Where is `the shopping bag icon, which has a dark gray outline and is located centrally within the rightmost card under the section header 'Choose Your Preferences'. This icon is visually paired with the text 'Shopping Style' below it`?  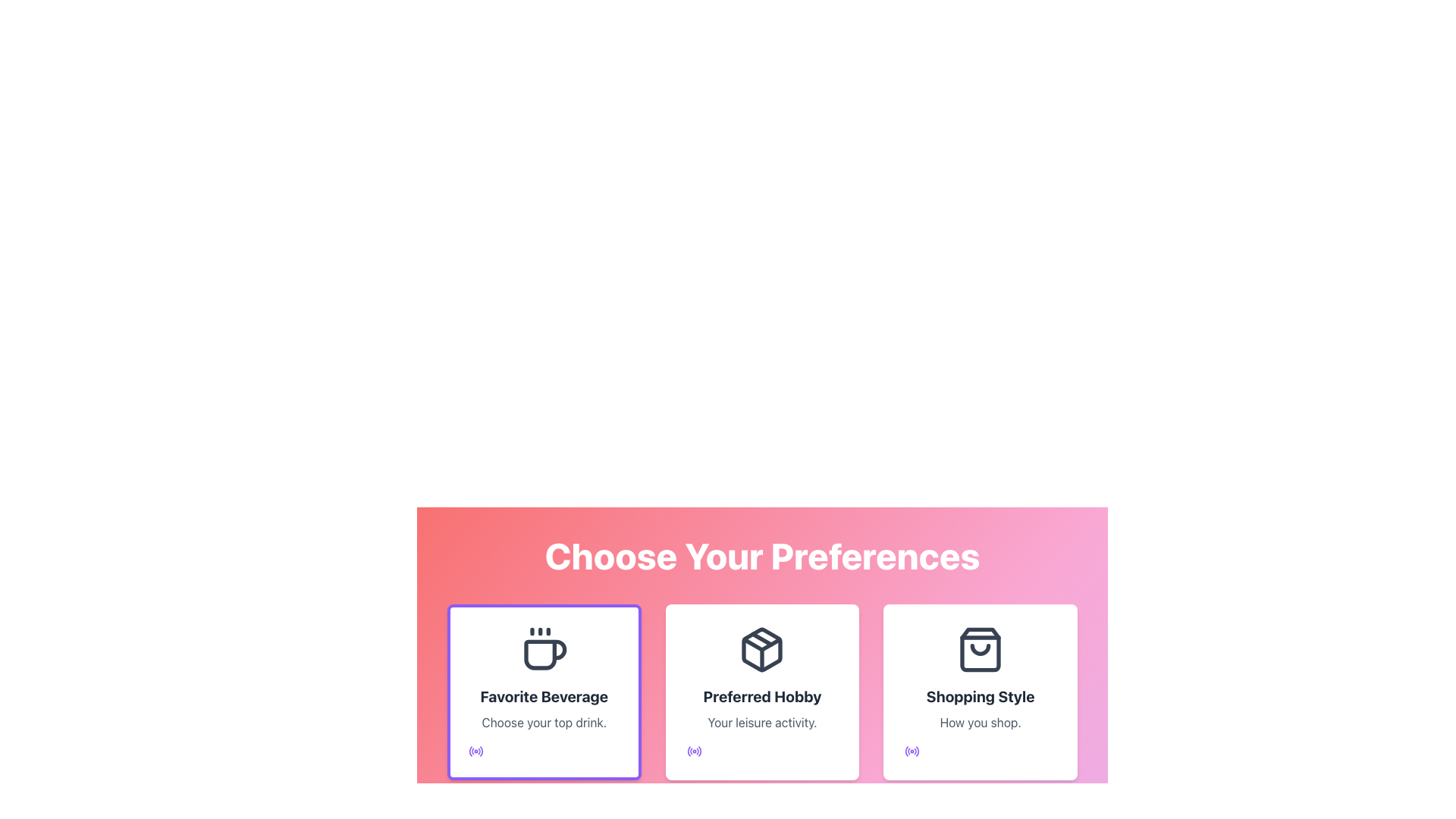
the shopping bag icon, which has a dark gray outline and is located centrally within the rightmost card under the section header 'Choose Your Preferences'. This icon is visually paired with the text 'Shopping Style' below it is located at coordinates (981, 648).